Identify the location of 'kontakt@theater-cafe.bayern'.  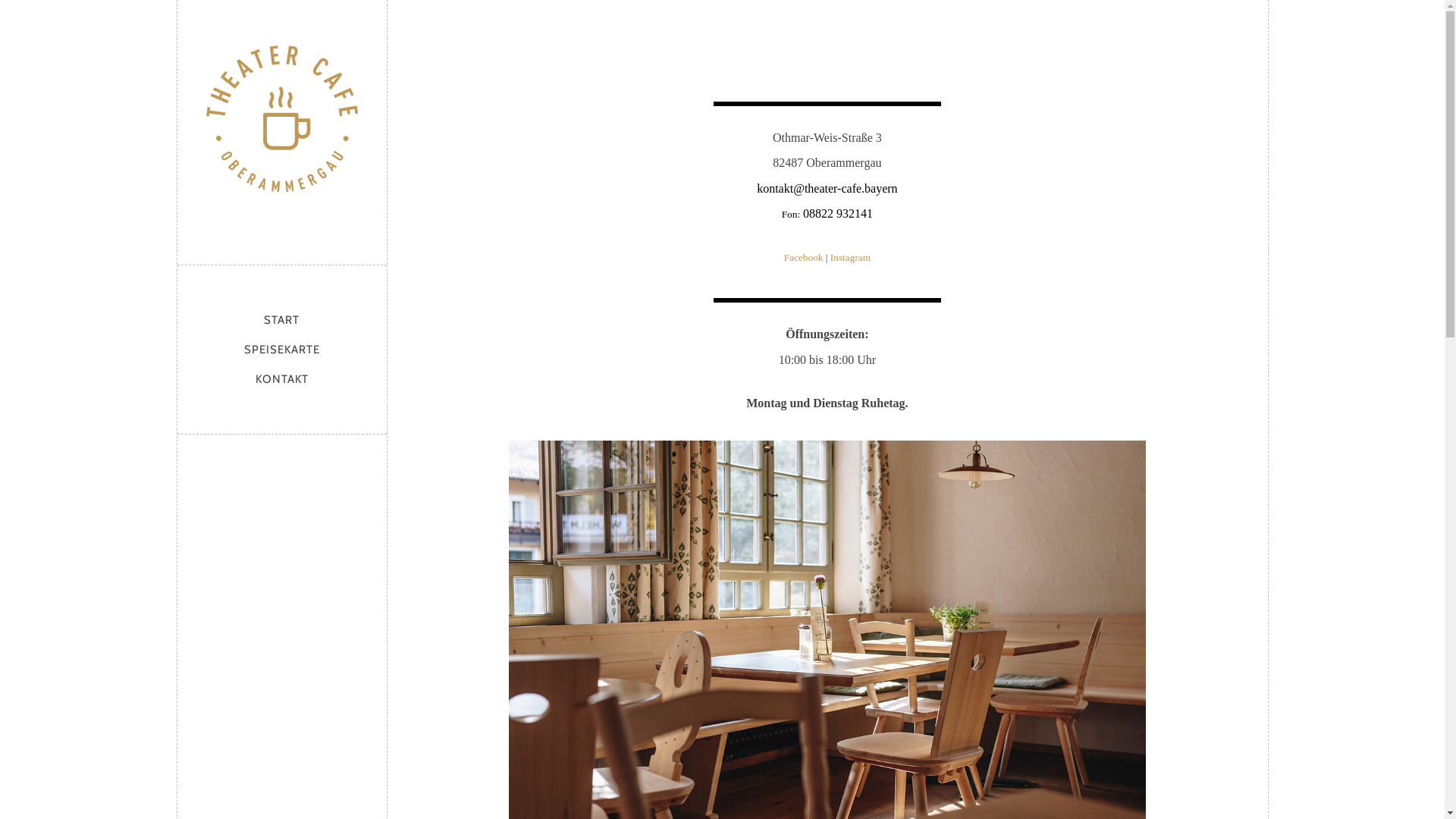
(826, 187).